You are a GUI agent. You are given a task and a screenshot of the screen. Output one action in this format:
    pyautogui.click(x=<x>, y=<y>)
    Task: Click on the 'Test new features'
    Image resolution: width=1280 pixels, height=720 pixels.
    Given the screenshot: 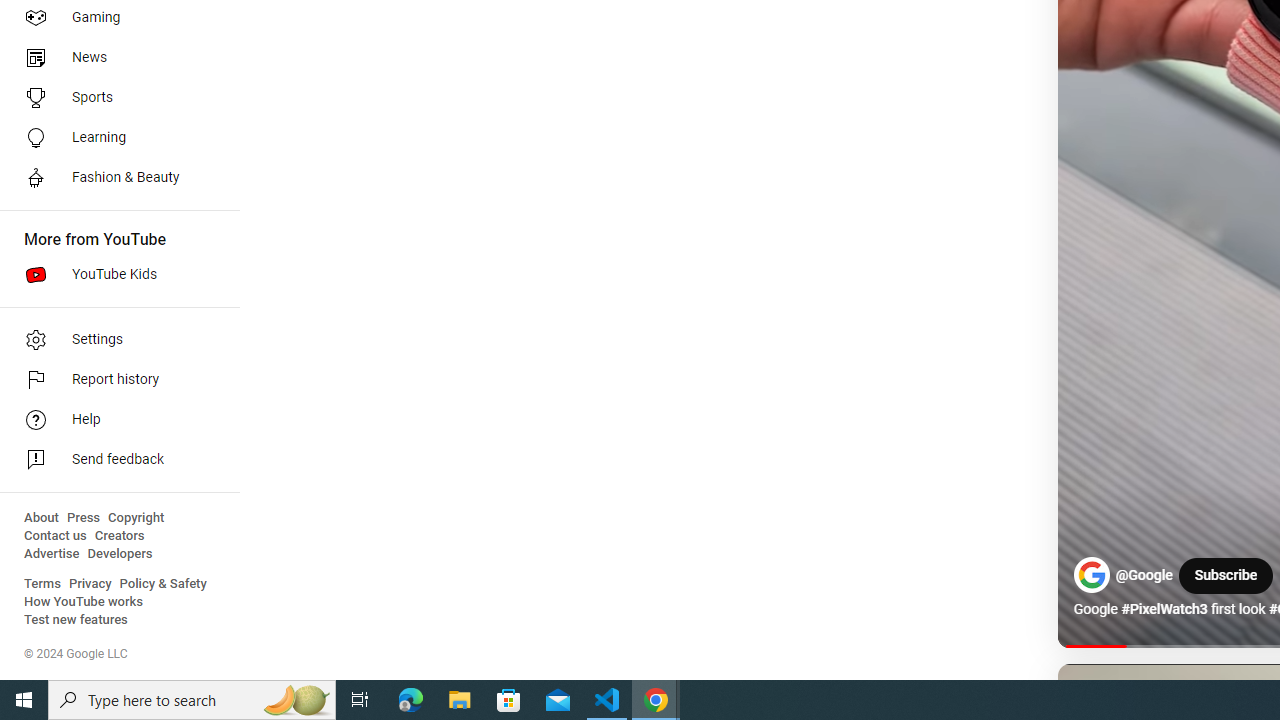 What is the action you would take?
    pyautogui.click(x=76, y=619)
    